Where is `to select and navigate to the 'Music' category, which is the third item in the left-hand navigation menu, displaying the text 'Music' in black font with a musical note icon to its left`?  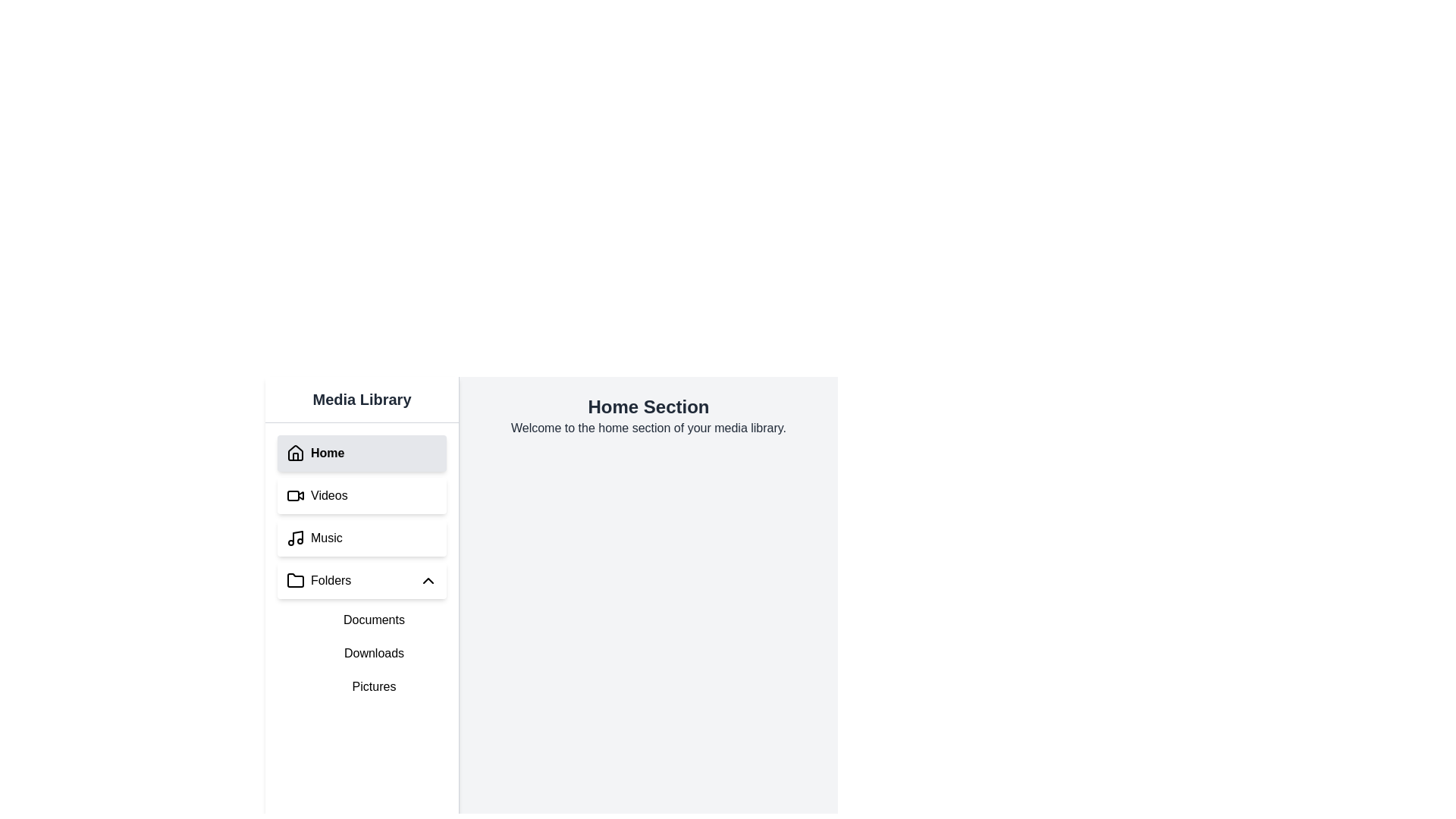
to select and navigate to the 'Music' category, which is the third item in the left-hand navigation menu, displaying the text 'Music' in black font with a musical note icon to its left is located at coordinates (325, 537).